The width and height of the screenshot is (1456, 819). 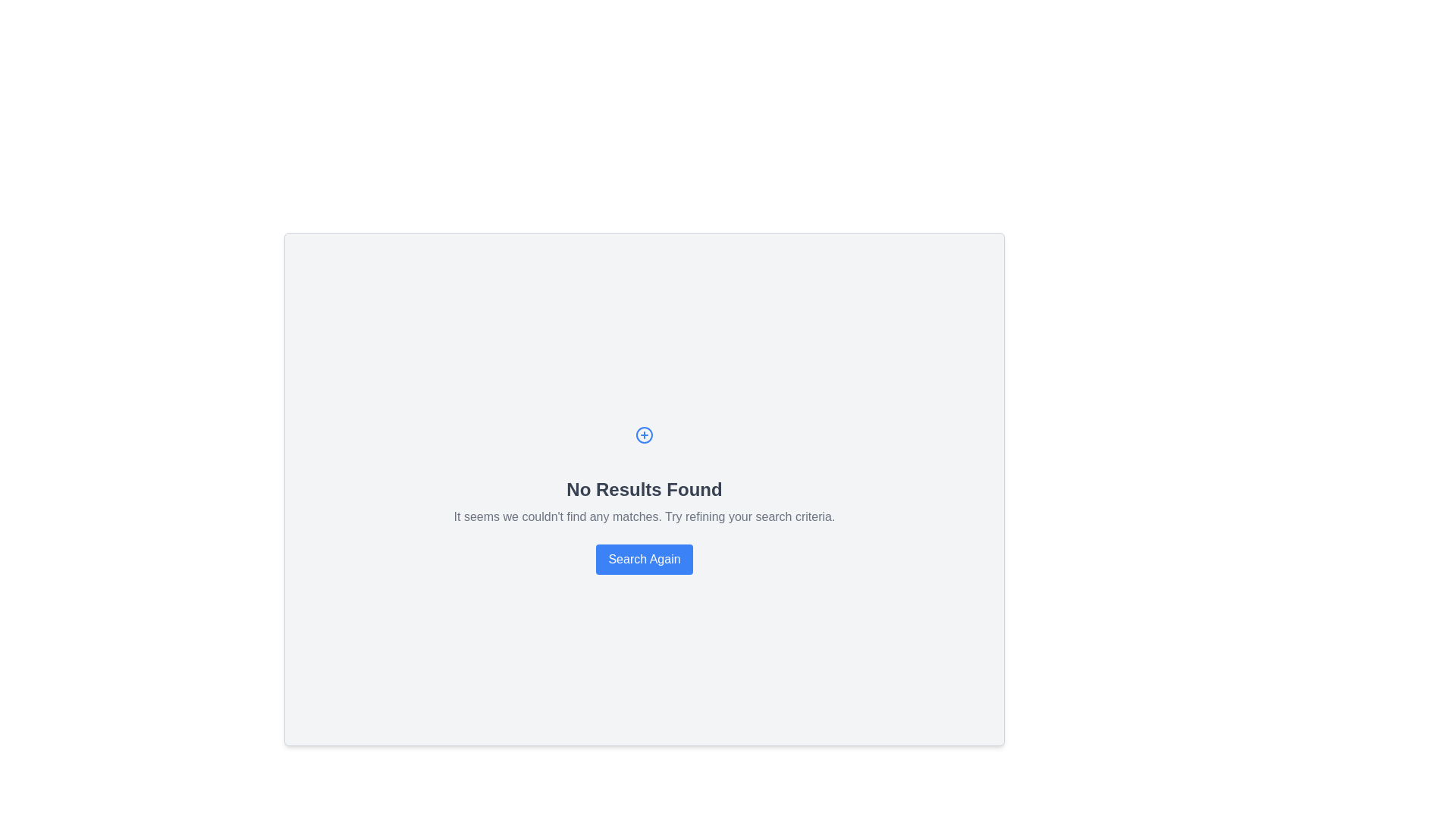 I want to click on the 'Search Again' button, which is a rectangular button with white text on a blue background, located below the message indicating no matches were found, so click(x=644, y=559).